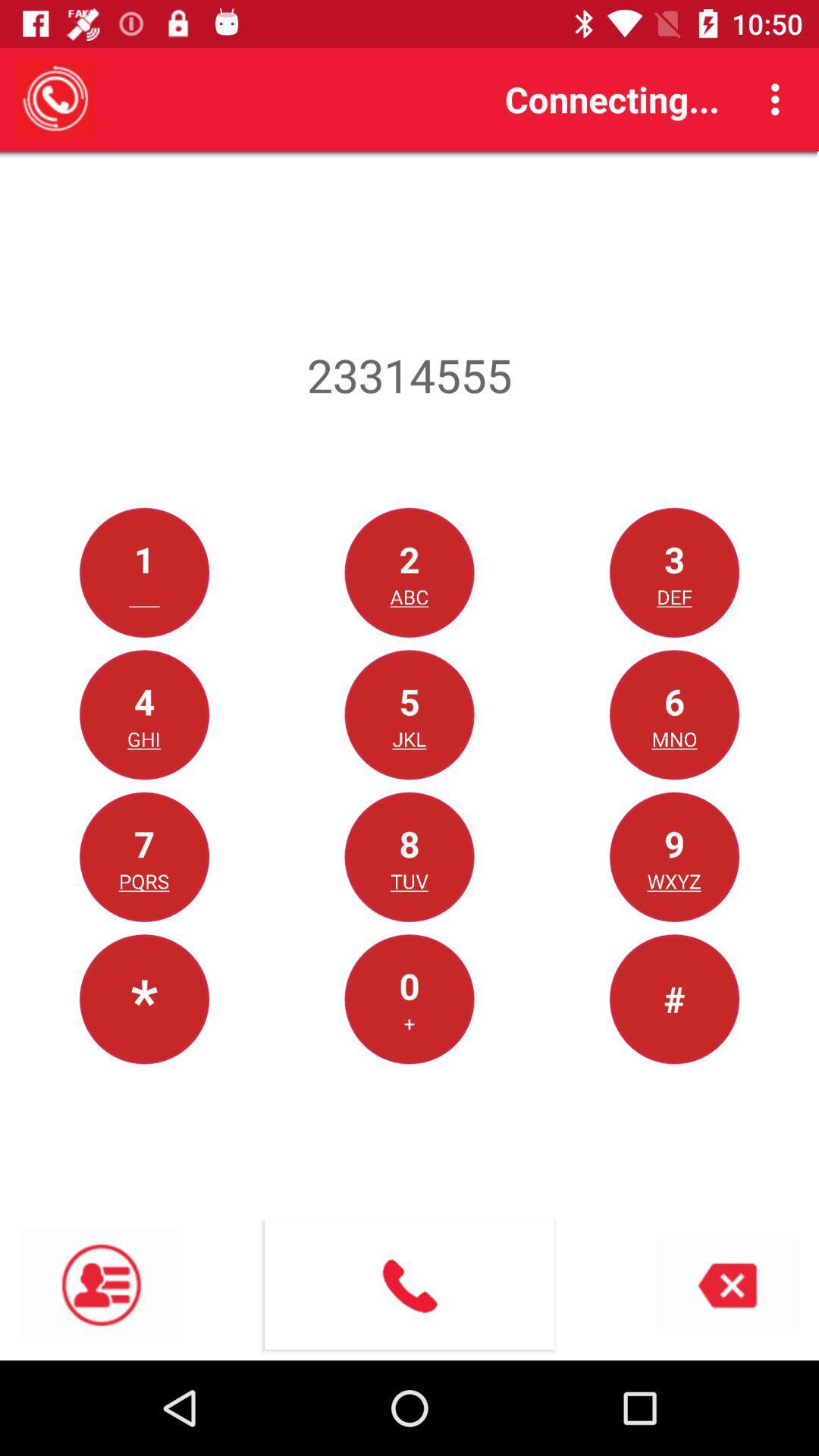  I want to click on the call icon, so click(408, 1283).